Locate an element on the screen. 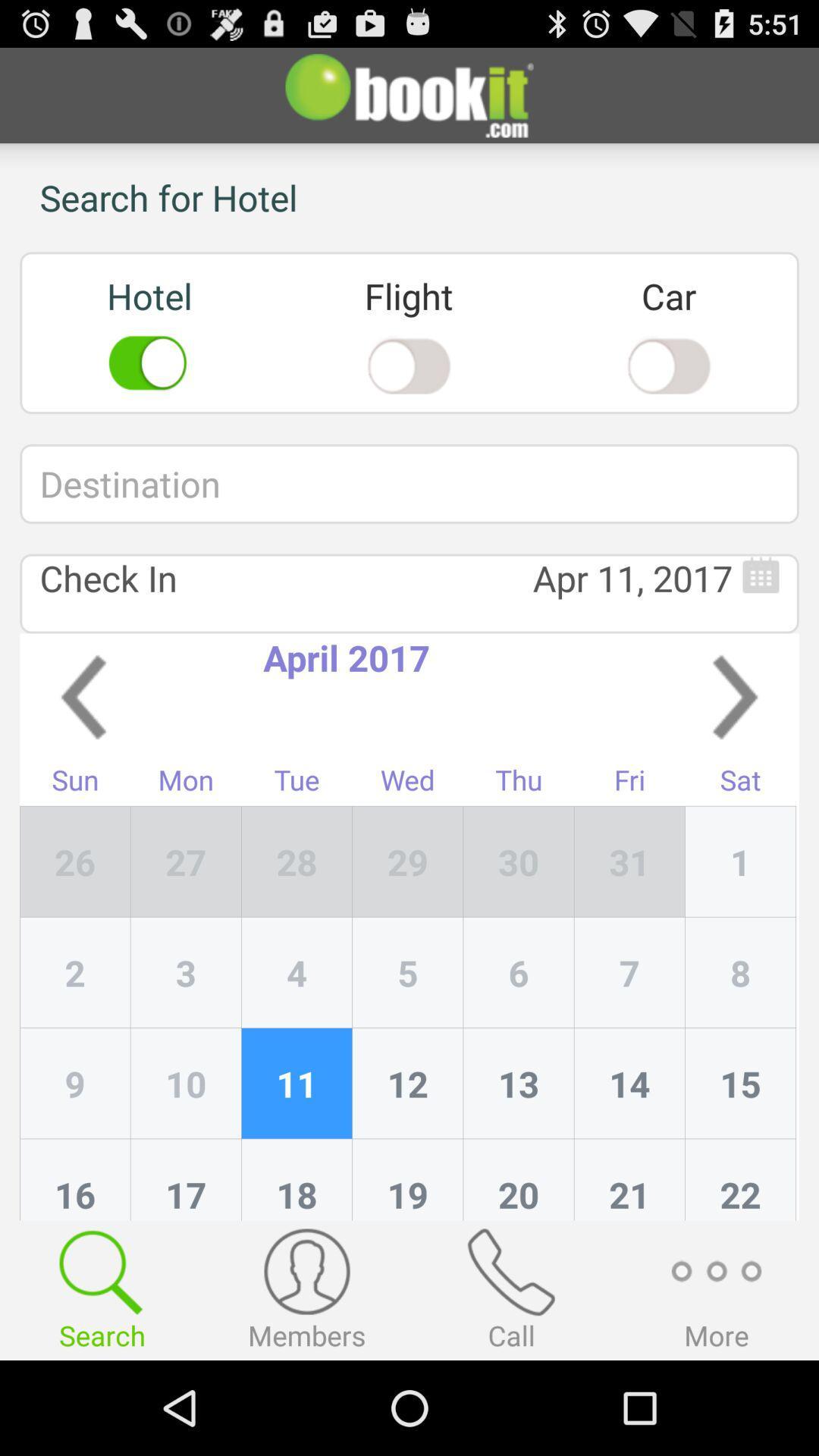 The image size is (819, 1456). 26 item is located at coordinates (75, 861).